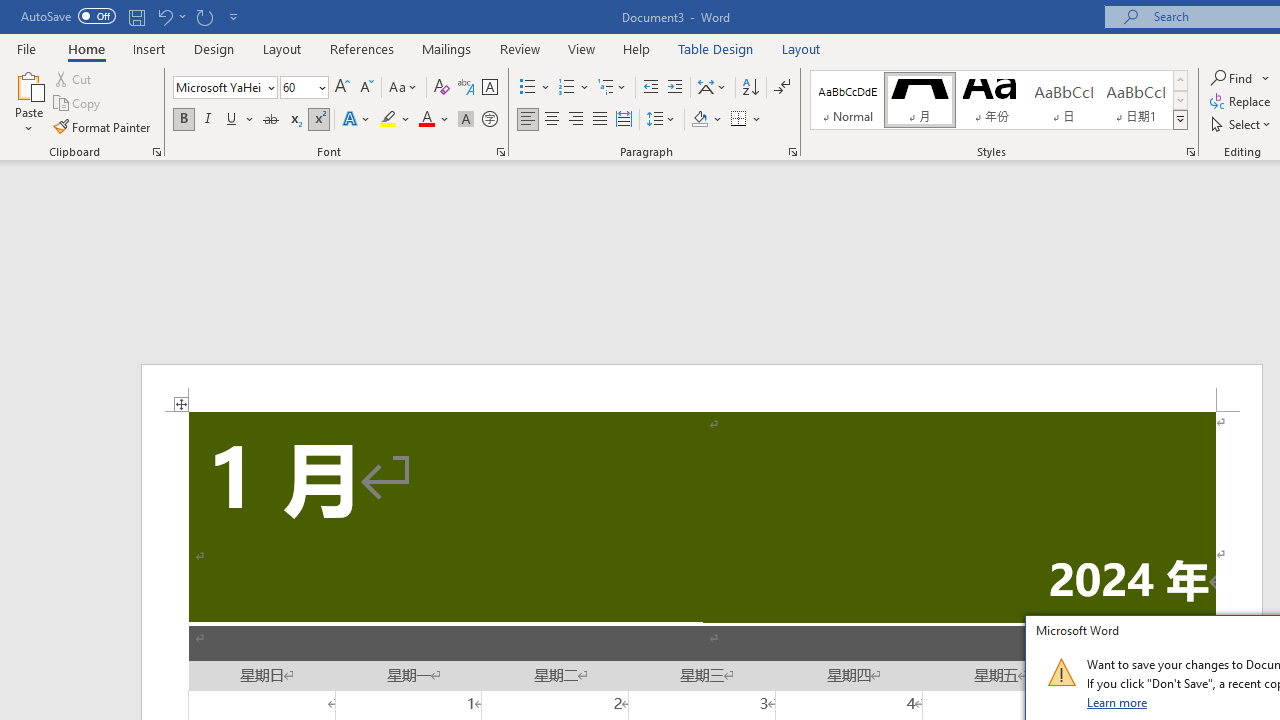  What do you see at coordinates (357, 119) in the screenshot?
I see `'Text Effects and Typography'` at bounding box center [357, 119].